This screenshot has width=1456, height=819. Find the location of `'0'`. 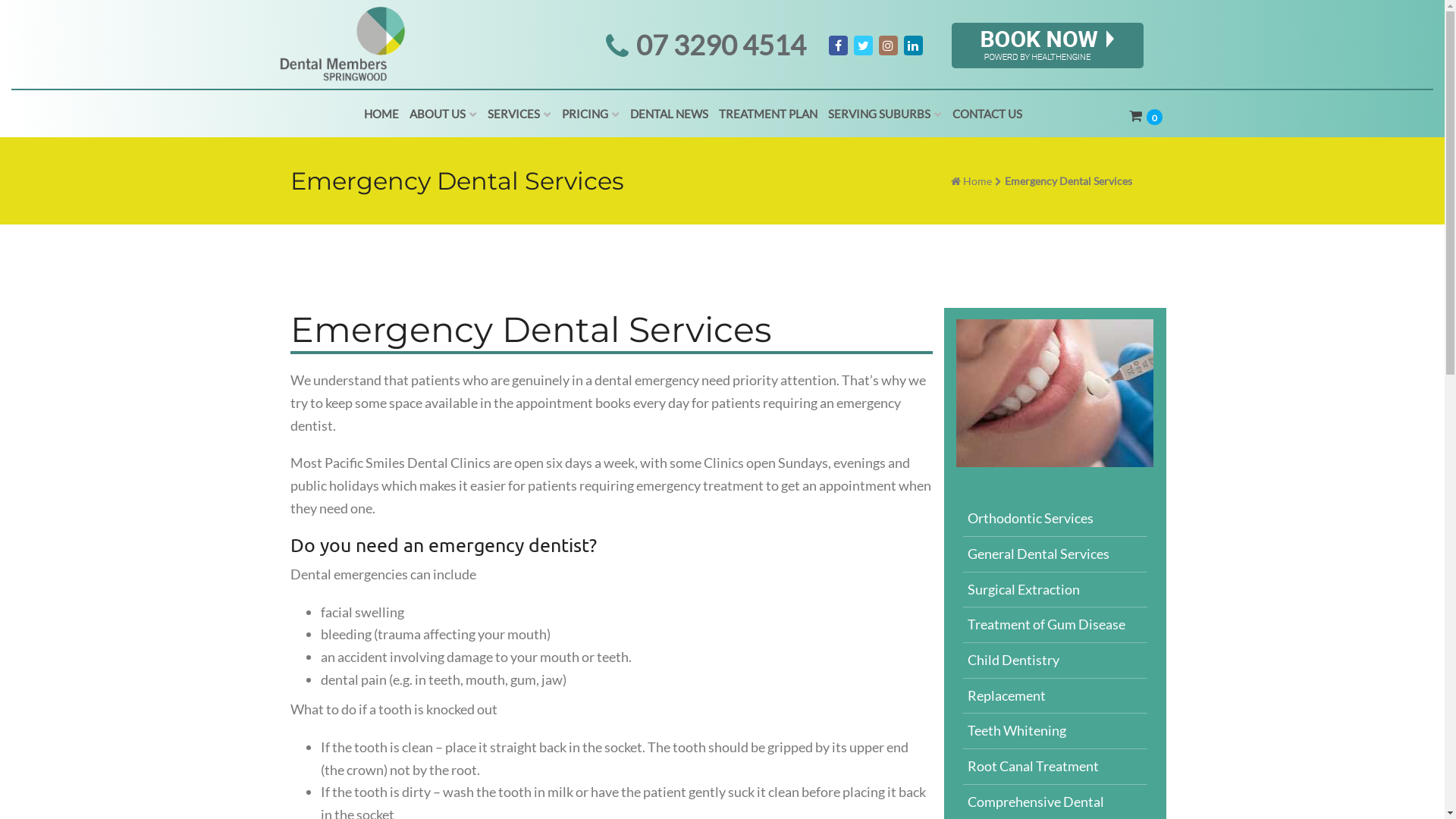

'0' is located at coordinates (1147, 116).